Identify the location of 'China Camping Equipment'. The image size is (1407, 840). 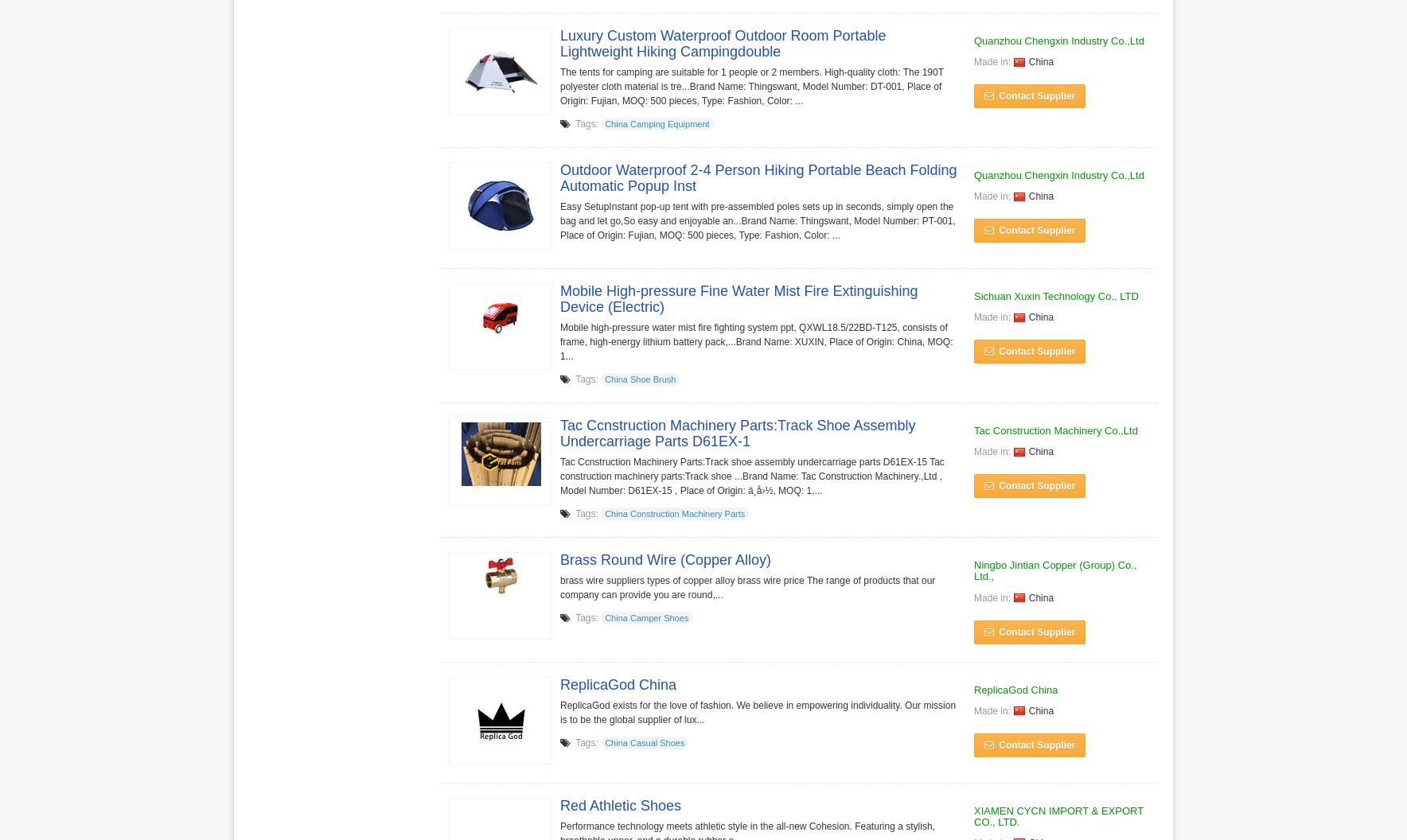
(657, 123).